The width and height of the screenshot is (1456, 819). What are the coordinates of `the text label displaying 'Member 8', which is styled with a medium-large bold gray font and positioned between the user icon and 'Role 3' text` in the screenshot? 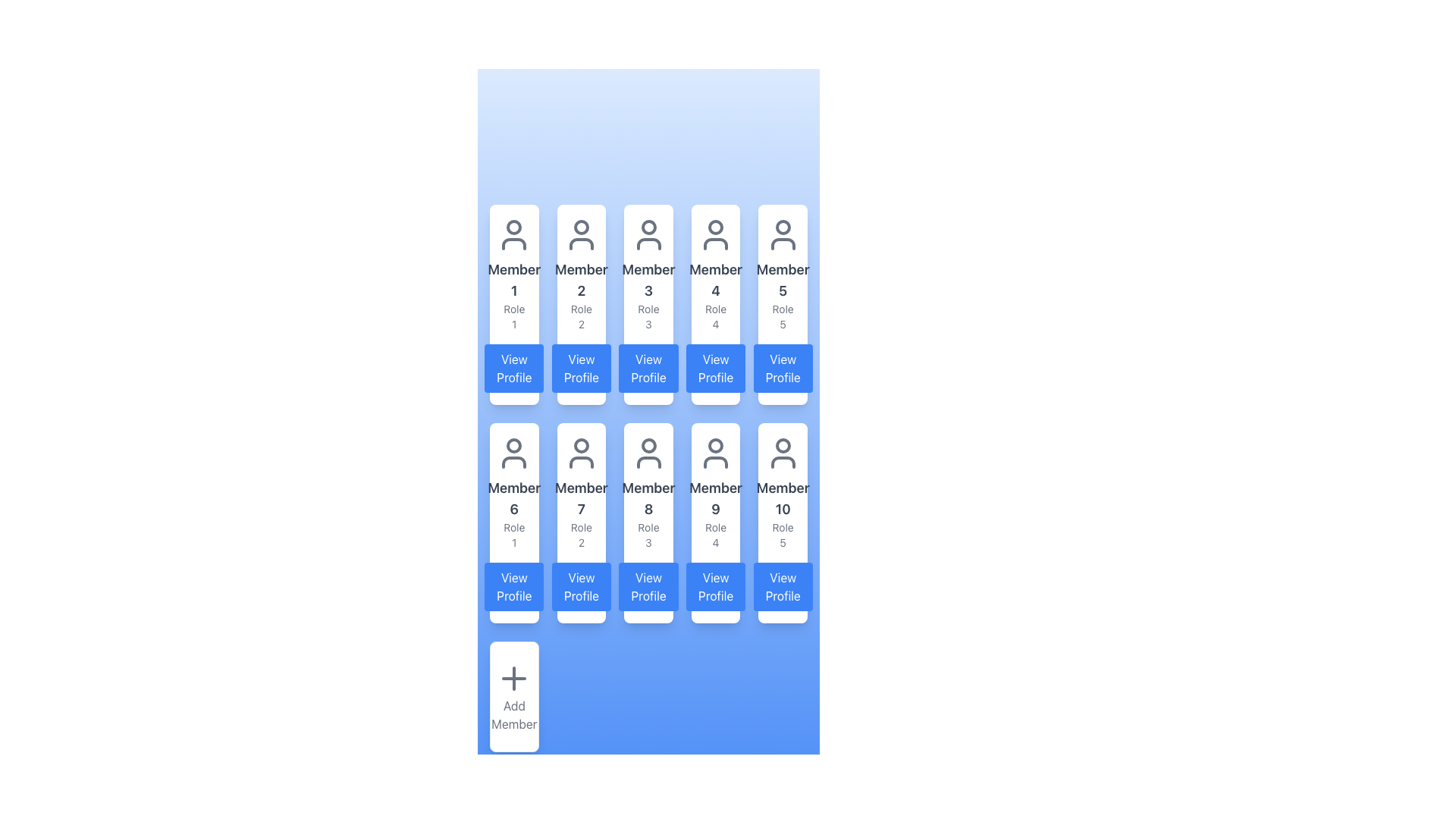 It's located at (648, 499).